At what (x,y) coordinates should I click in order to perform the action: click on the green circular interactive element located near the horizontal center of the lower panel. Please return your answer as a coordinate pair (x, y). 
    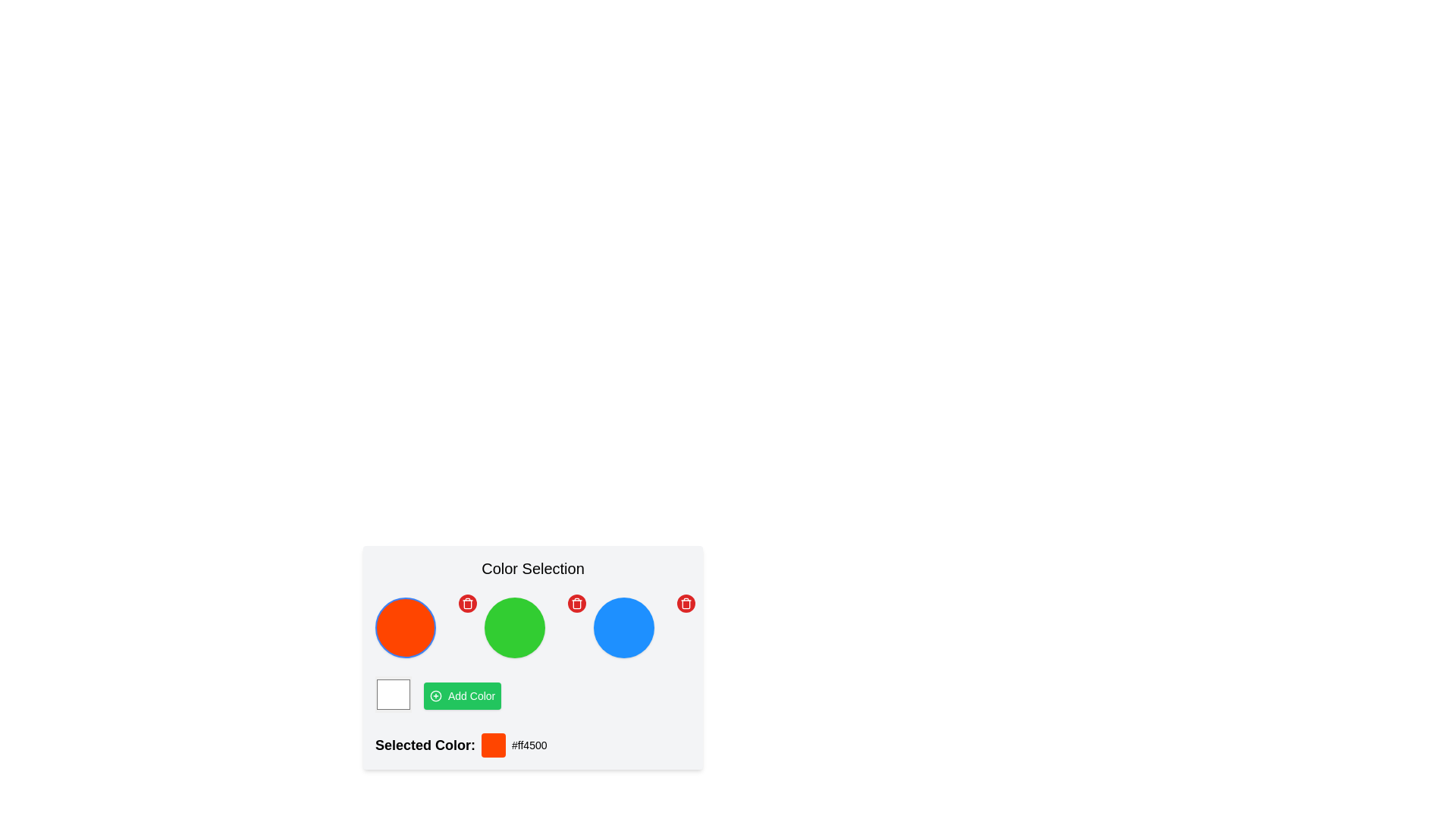
    Looking at the image, I should click on (514, 628).